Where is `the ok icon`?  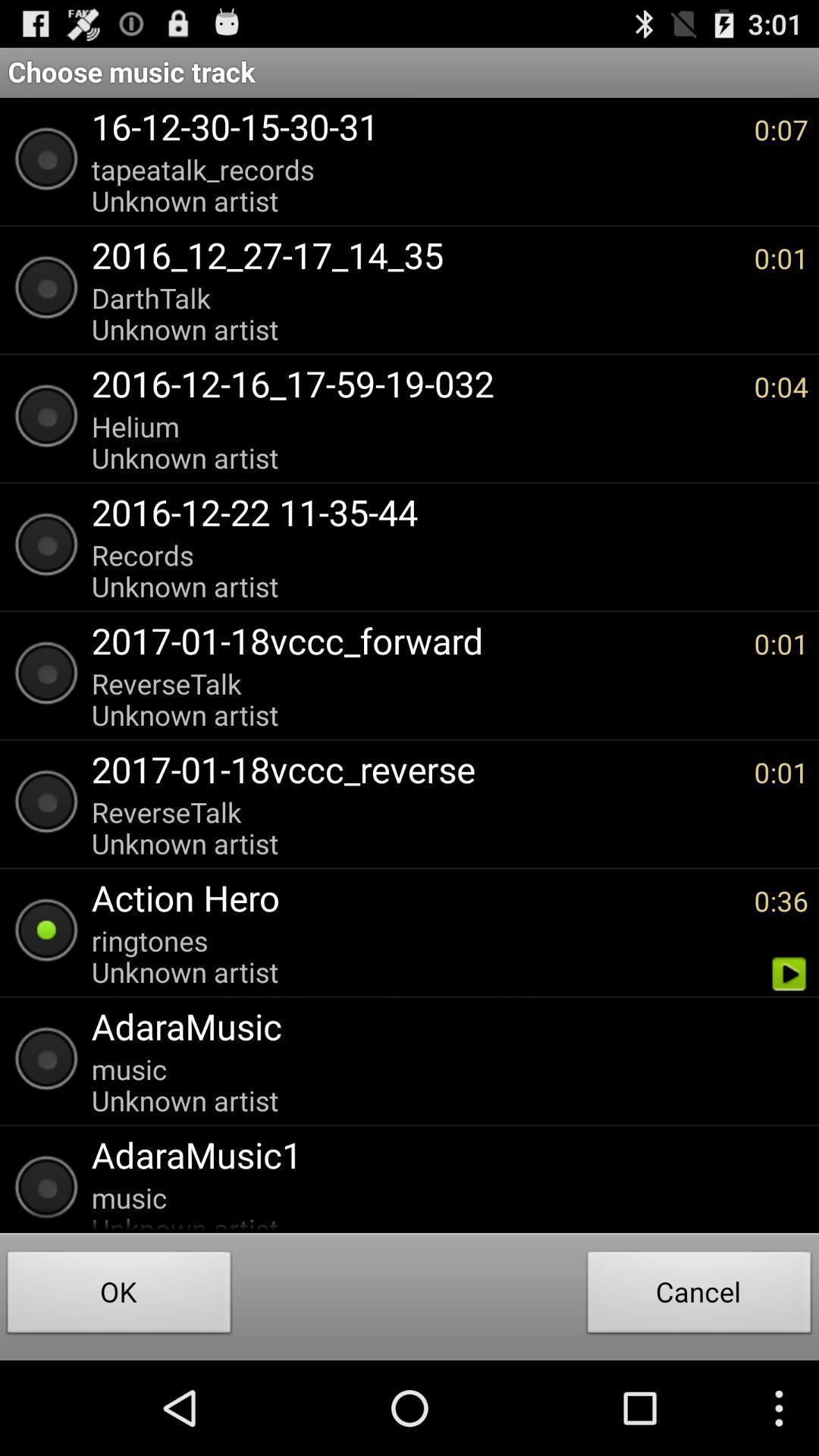 the ok icon is located at coordinates (118, 1295).